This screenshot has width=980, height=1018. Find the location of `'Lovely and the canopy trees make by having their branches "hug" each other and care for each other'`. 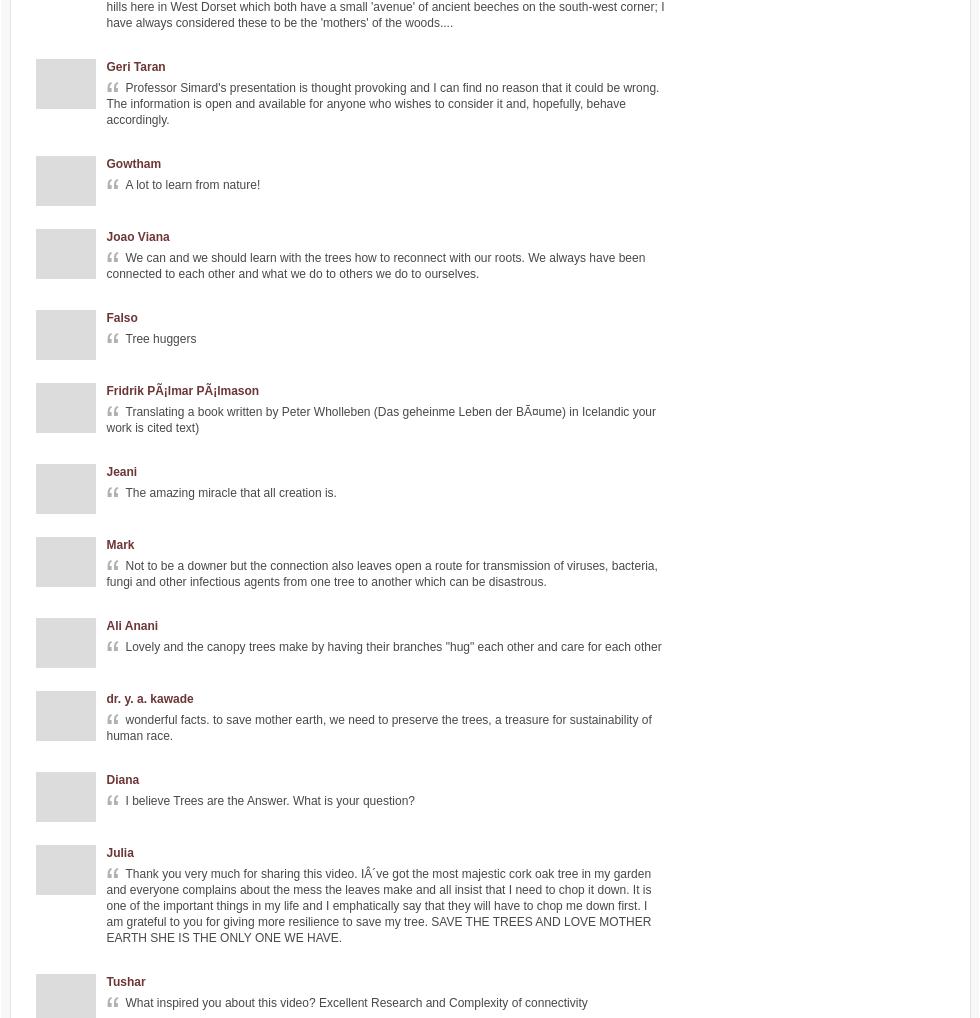

'Lovely and the canopy trees make by having their branches "hug" each other and care for each other' is located at coordinates (392, 646).